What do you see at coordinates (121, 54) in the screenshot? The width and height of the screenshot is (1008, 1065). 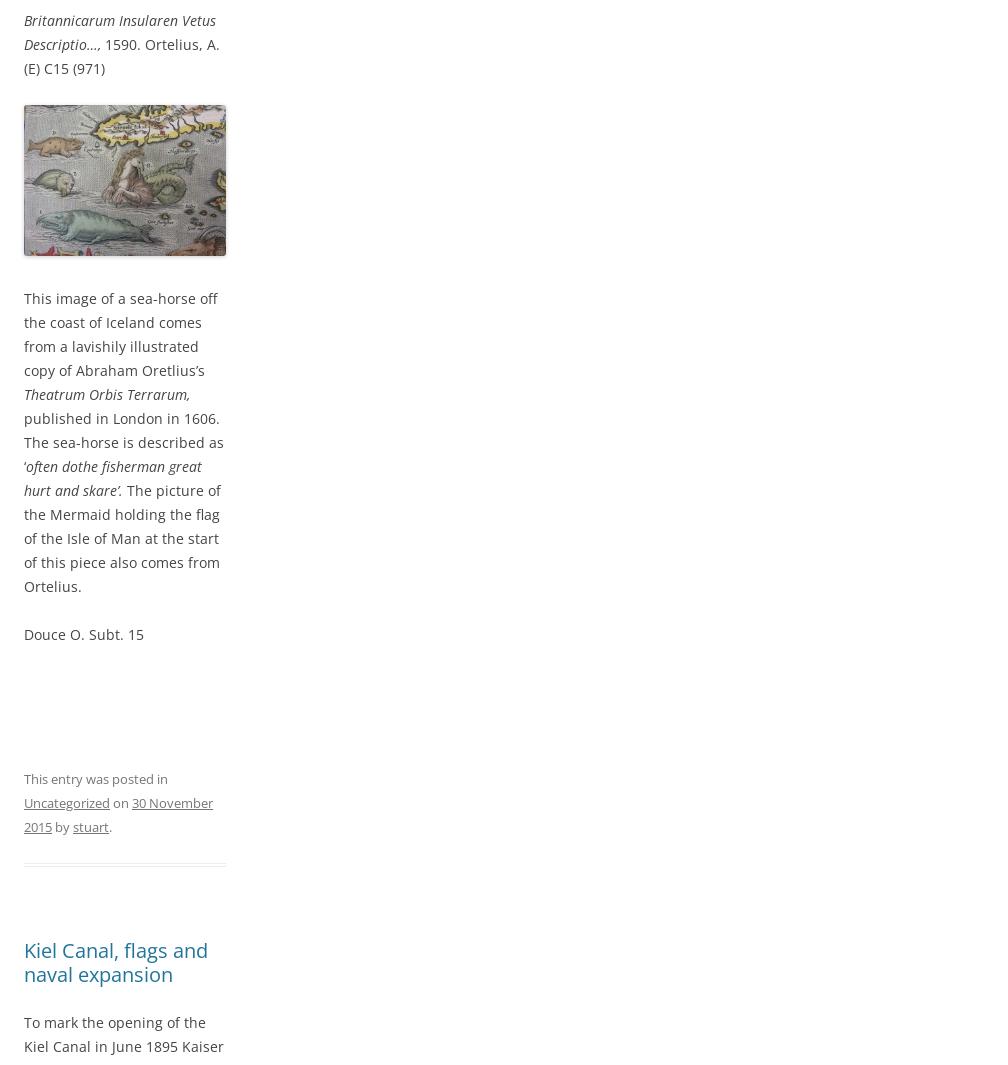 I see `'1590. Ortelius, A. (E) C15 (971)'` at bounding box center [121, 54].